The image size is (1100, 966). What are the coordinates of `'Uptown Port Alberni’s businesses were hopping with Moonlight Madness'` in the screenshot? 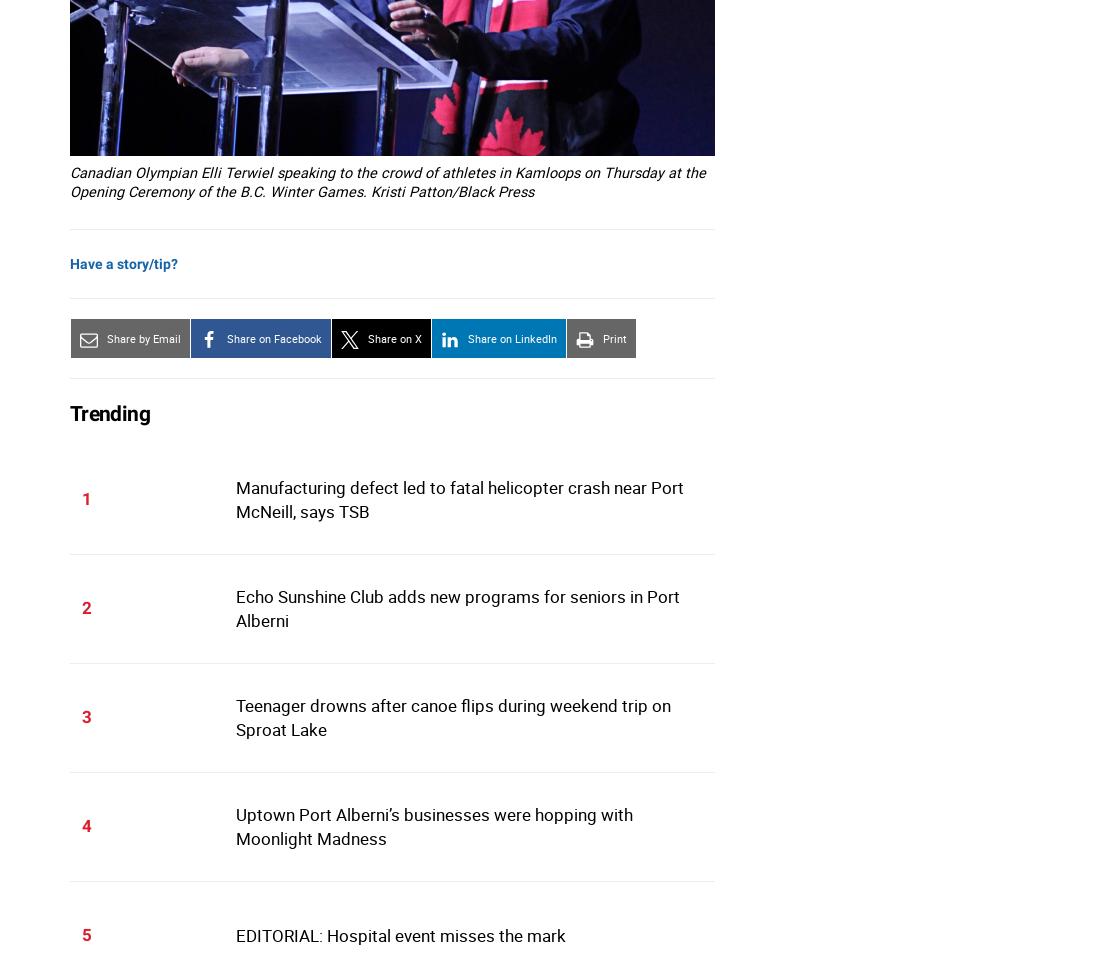 It's located at (432, 826).